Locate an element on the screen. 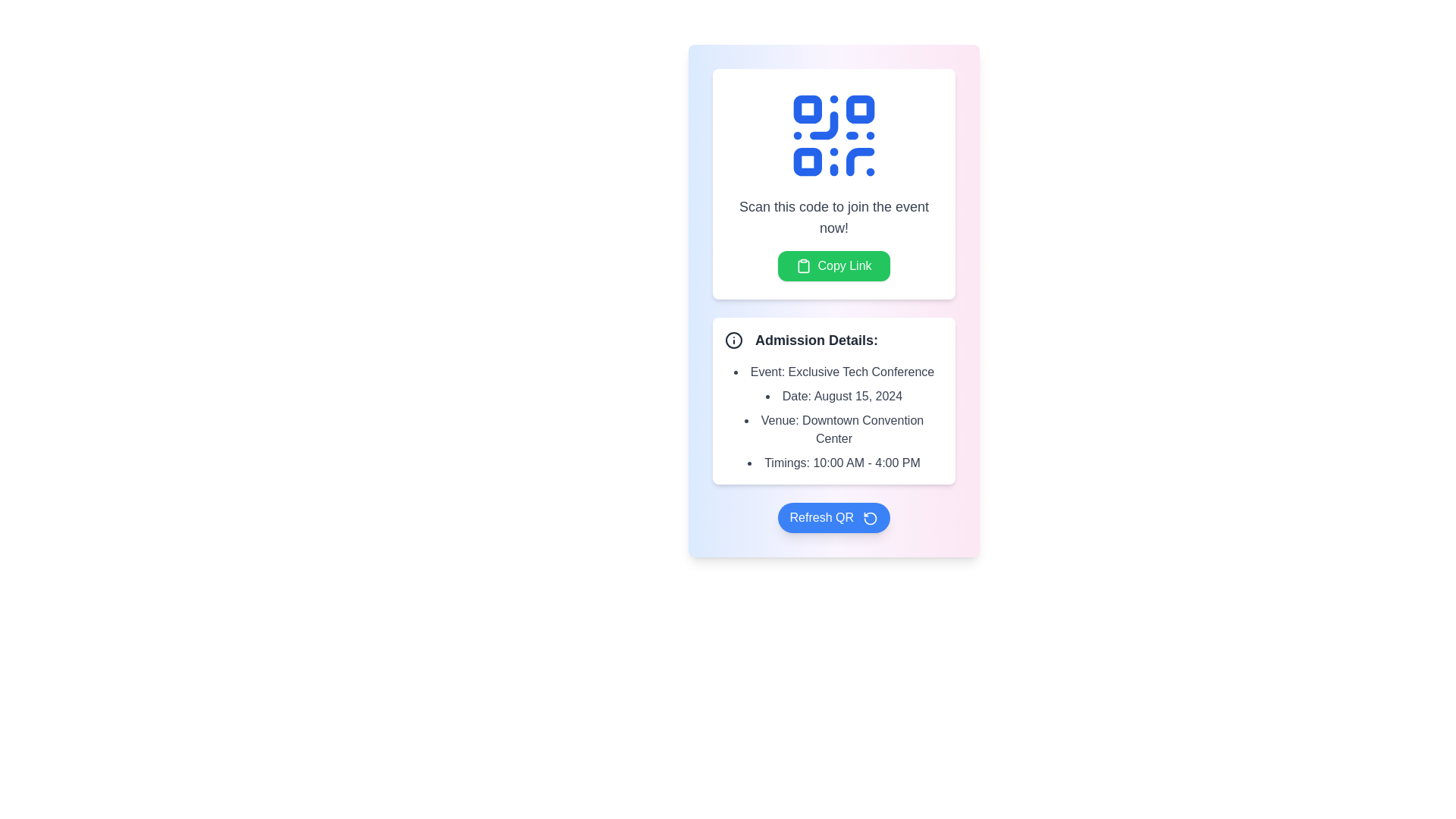 The height and width of the screenshot is (819, 1456). the third rectangular component from the left in the second row of the QR code design at the top of the interface is located at coordinates (807, 162).